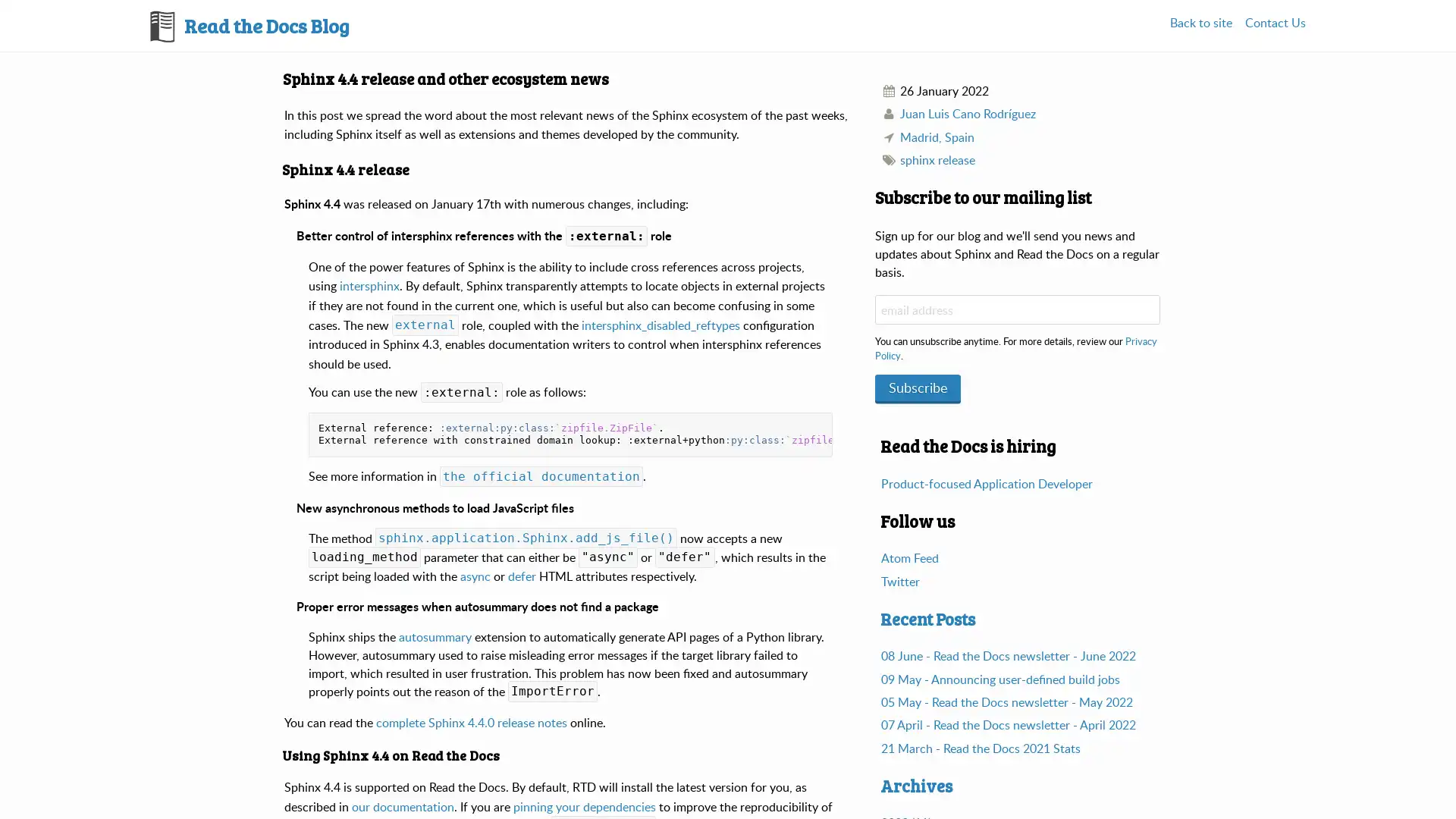 This screenshot has width=1456, height=819. What do you see at coordinates (917, 386) in the screenshot?
I see `Subscribe` at bounding box center [917, 386].